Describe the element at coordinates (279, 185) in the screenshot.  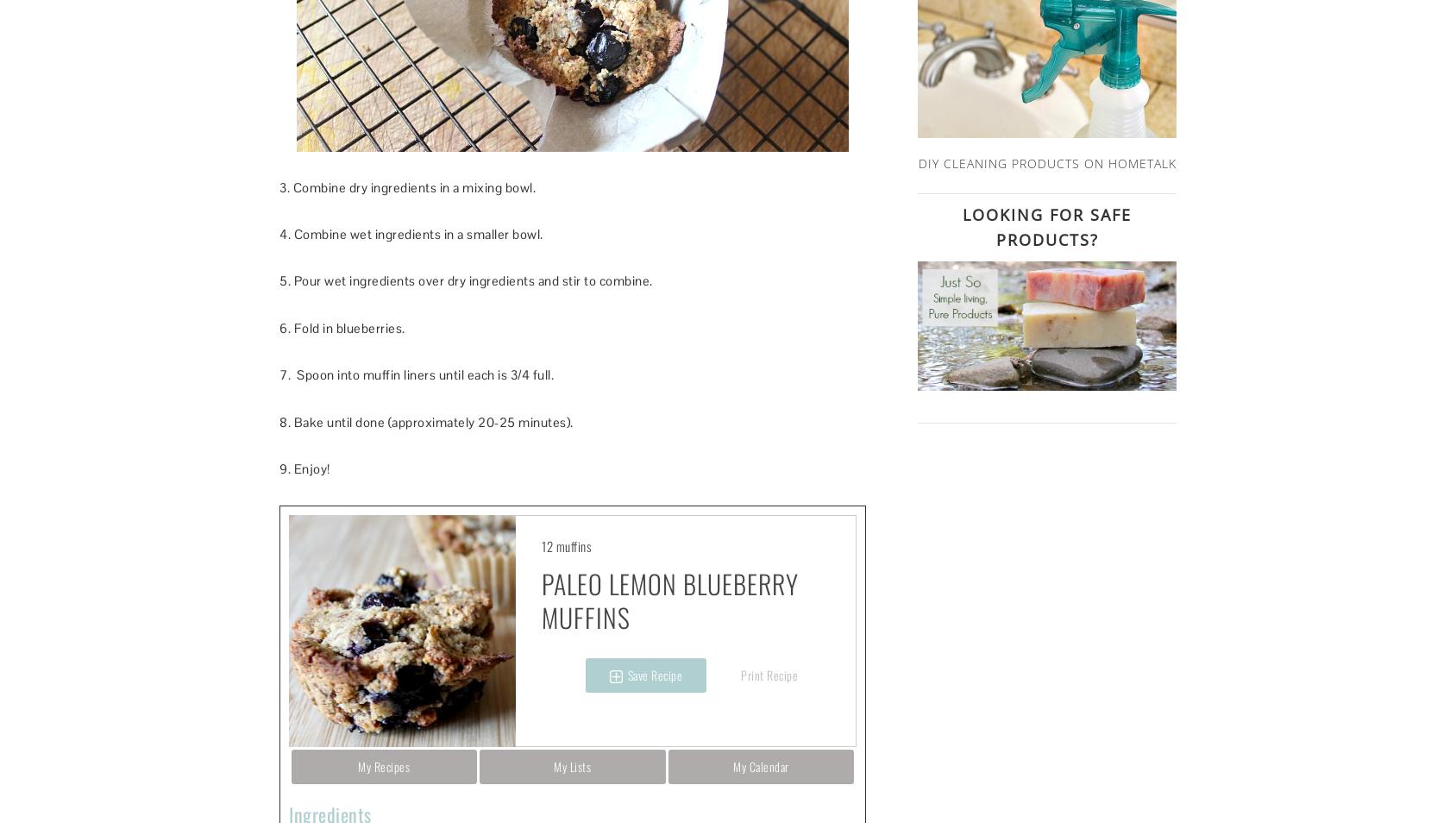
I see `'3. Combine dry ingredients in a mixing bowl.'` at that location.